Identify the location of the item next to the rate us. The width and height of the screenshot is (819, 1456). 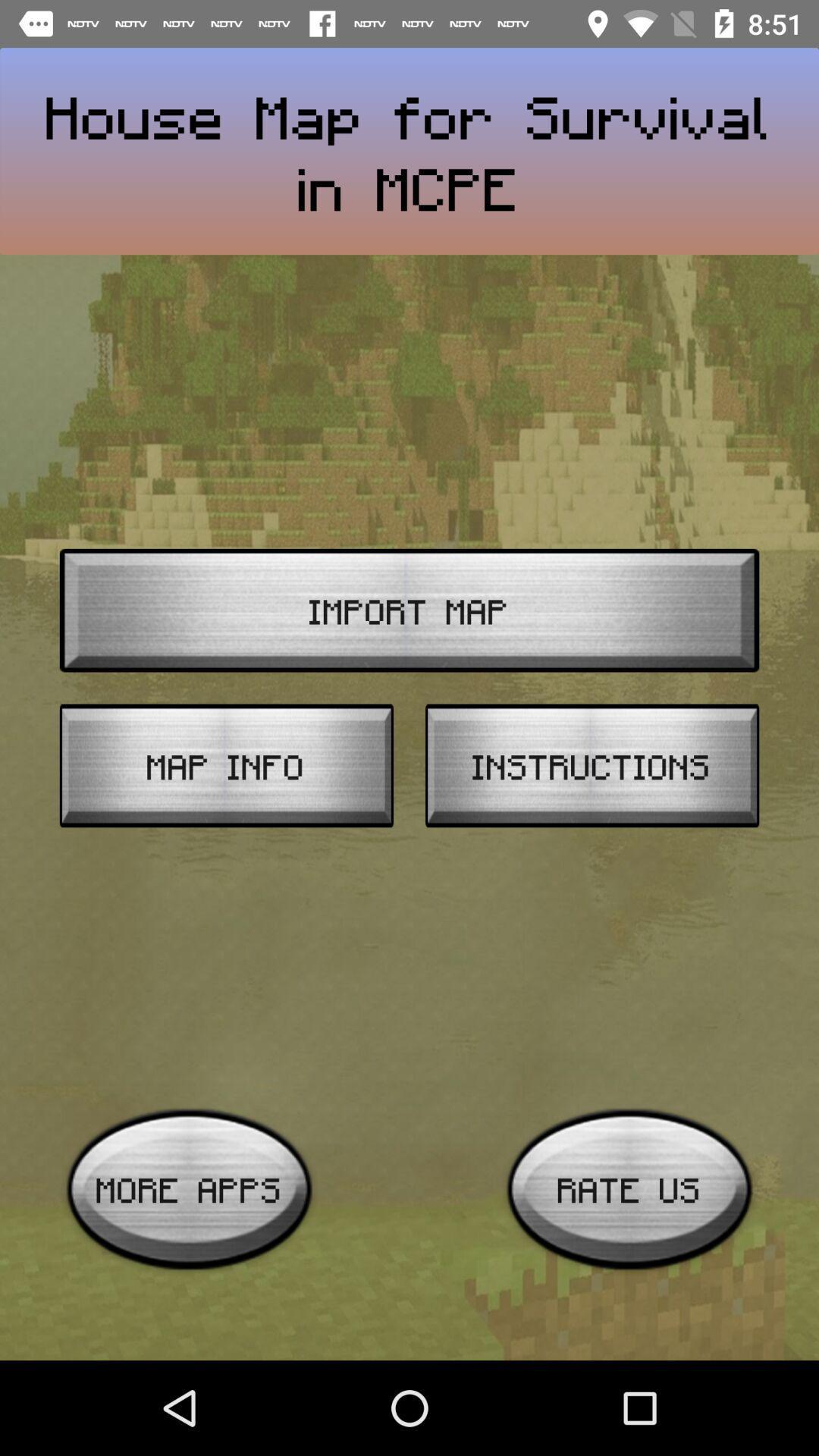
(188, 1188).